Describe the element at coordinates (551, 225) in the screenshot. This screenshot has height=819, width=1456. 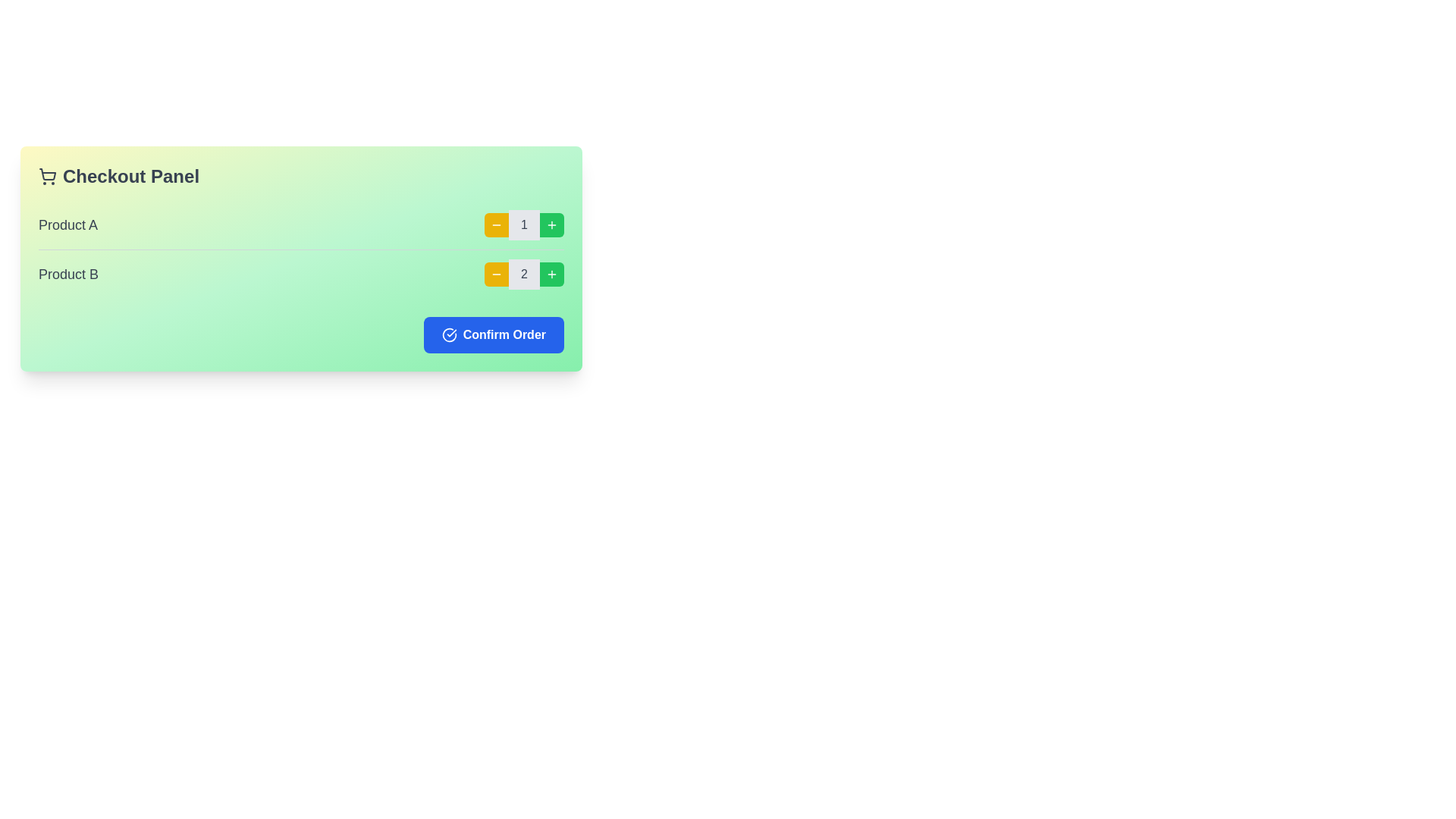
I see `the green square button with a plus icon, located in the second row of the quantity adjustment controls in the 'Checkout Panel', adjacent to the quantity input box for 'Product A'` at that location.